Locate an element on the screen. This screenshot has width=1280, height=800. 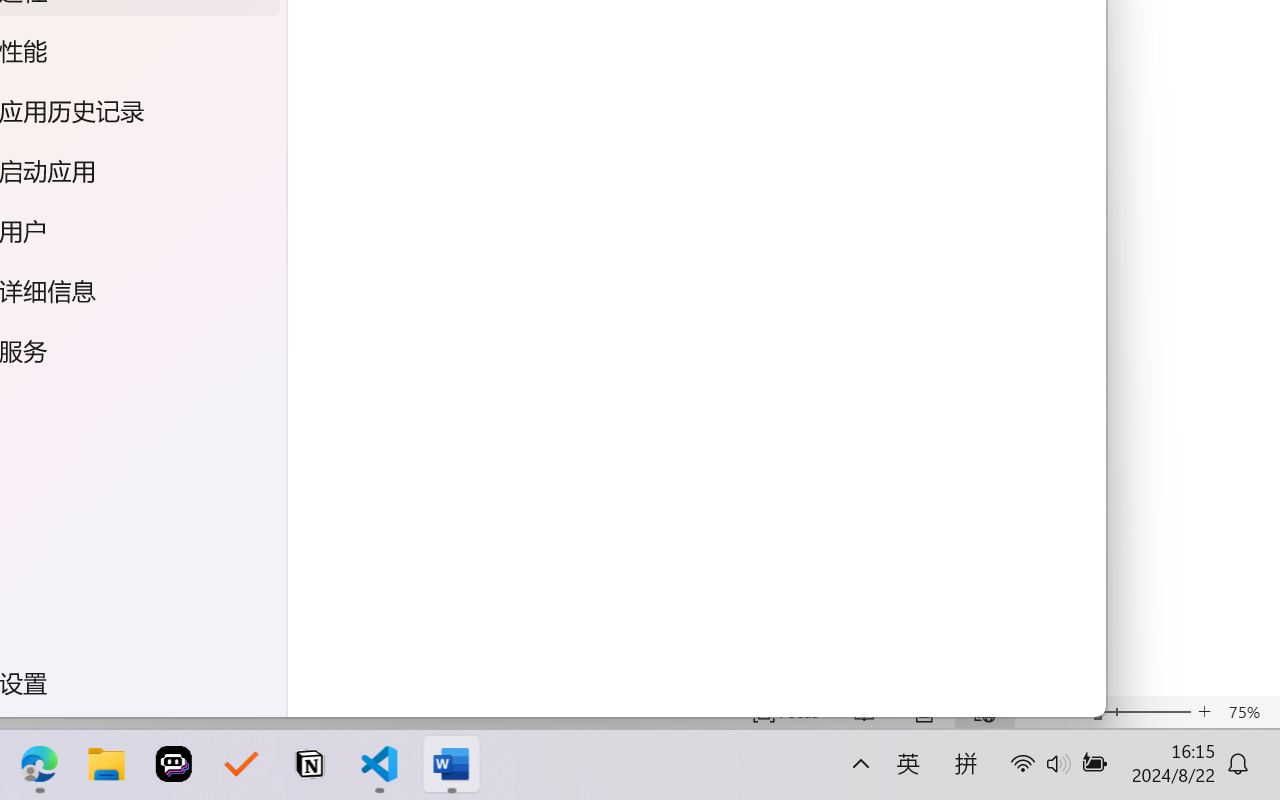
'Poe' is located at coordinates (168, 764).